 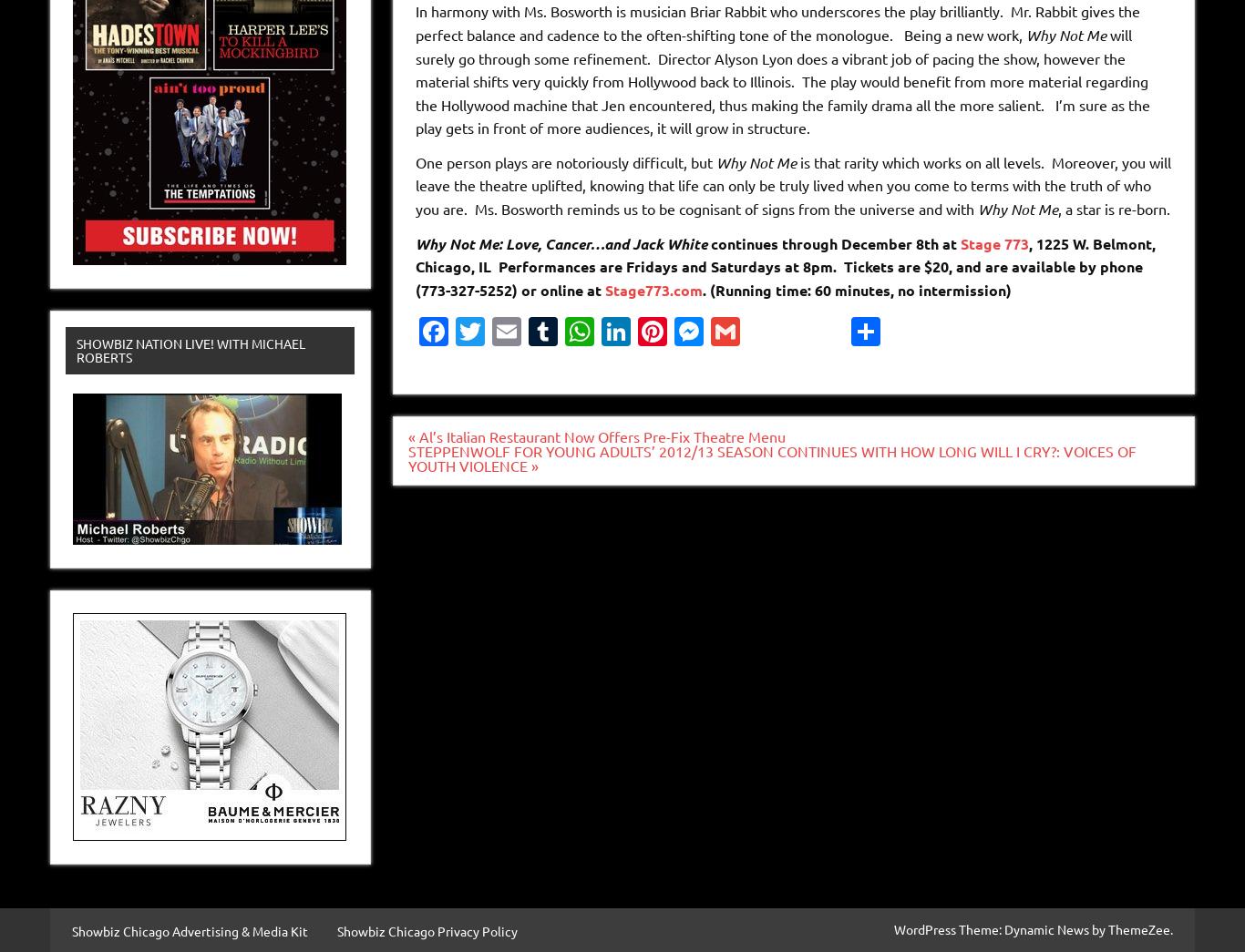 I want to click on 'Why Not Me: Love, Cancer…and Jack White', so click(x=559, y=241).